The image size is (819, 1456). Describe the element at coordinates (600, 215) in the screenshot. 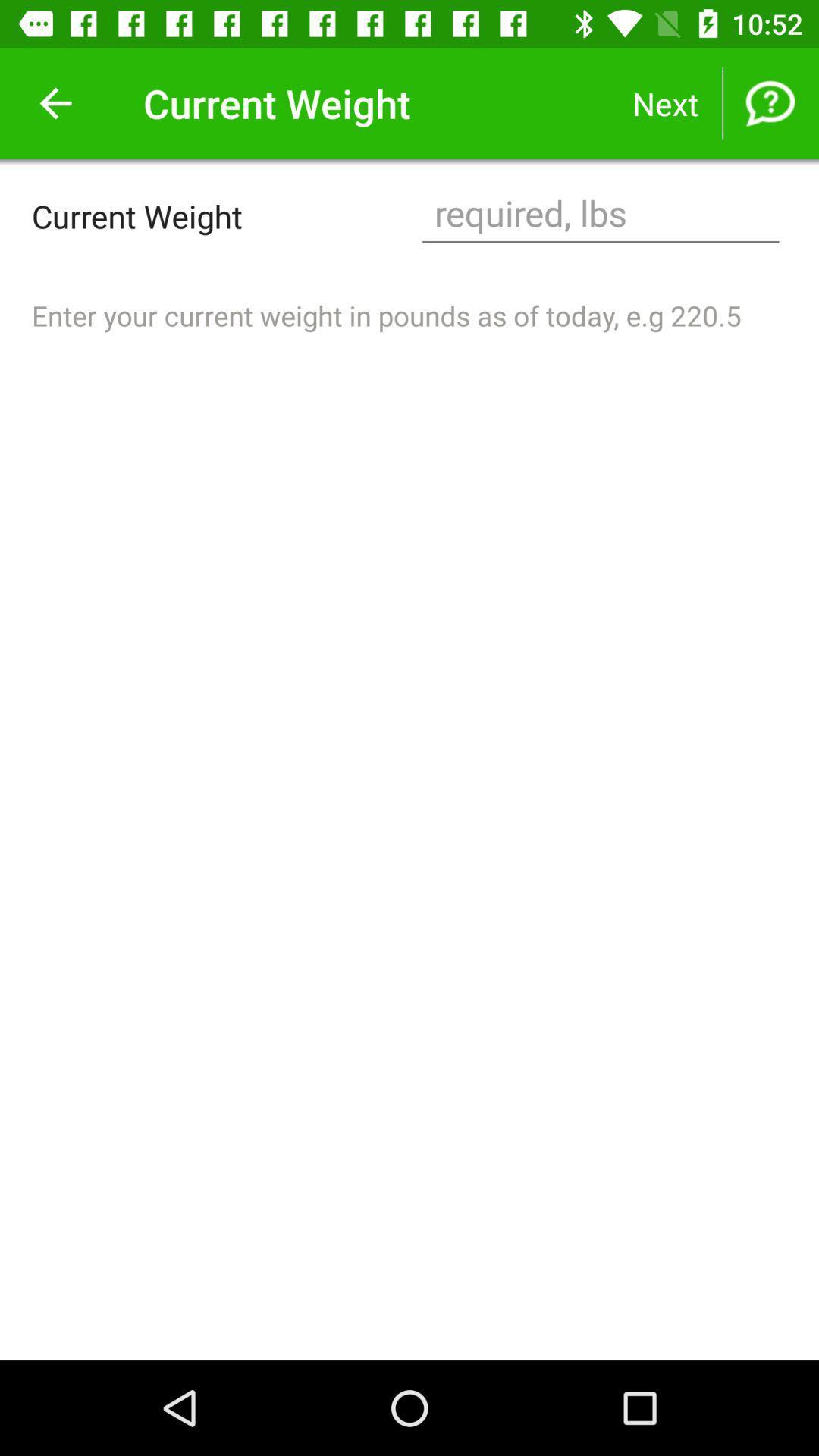

I see `icon to the right of current weight item` at that location.